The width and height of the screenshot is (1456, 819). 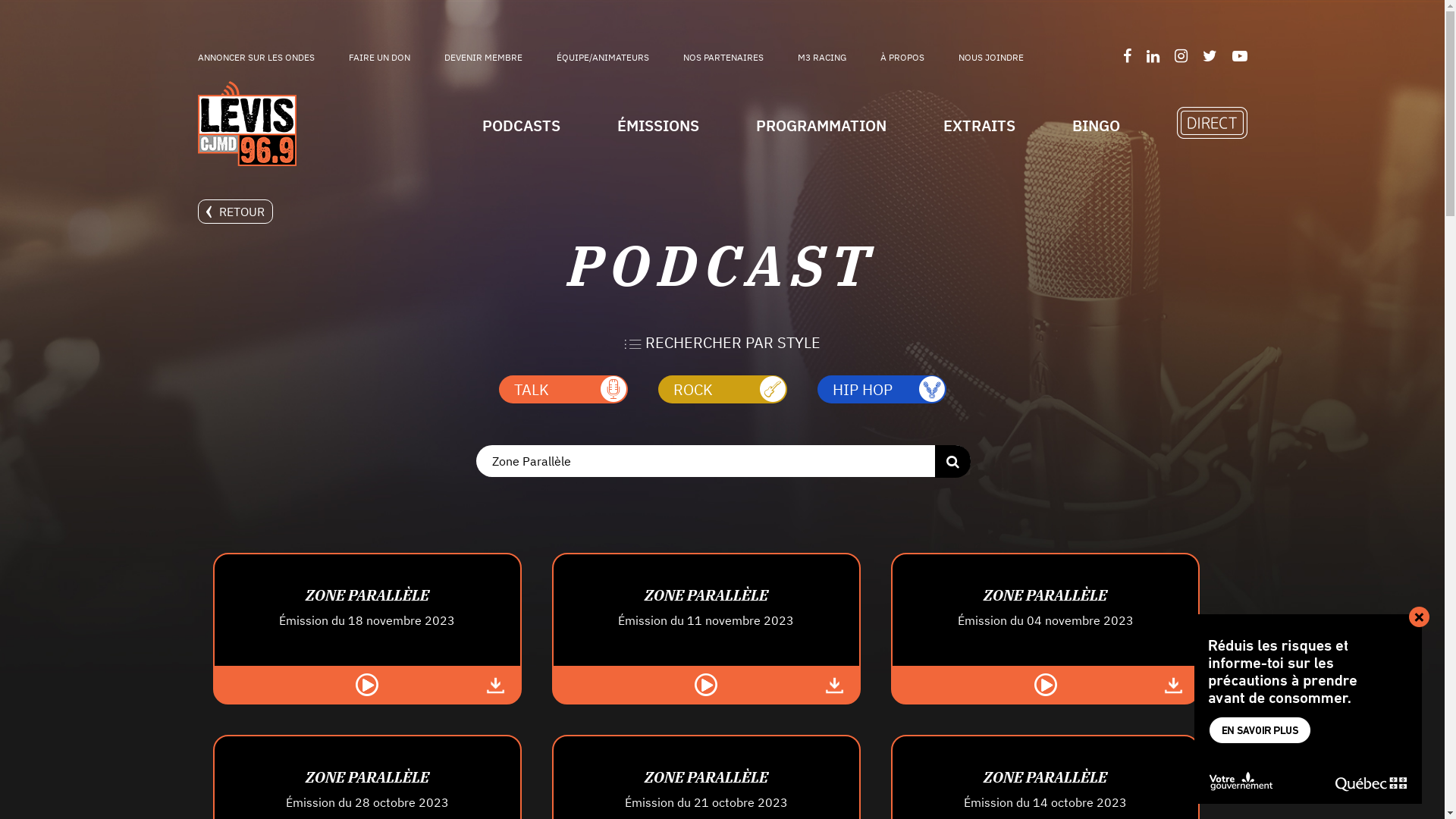 What do you see at coordinates (255, 56) in the screenshot?
I see `'ANNONCER SUR LES ONDES'` at bounding box center [255, 56].